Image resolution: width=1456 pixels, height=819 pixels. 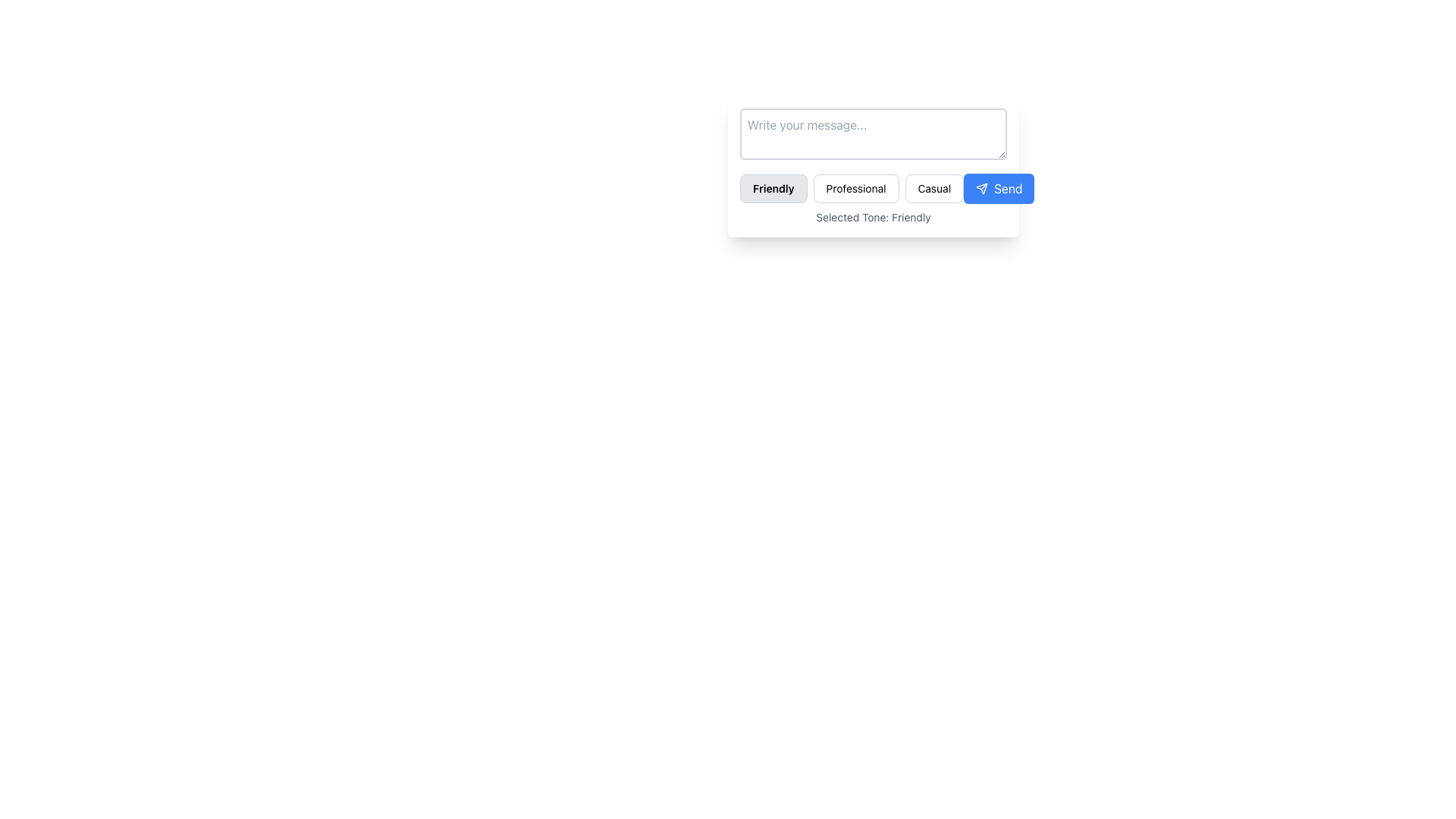 I want to click on the static text label that displays 'Selected Tone: Friendly' located below the tone selection buttons and the 'Send' button, so click(x=874, y=217).